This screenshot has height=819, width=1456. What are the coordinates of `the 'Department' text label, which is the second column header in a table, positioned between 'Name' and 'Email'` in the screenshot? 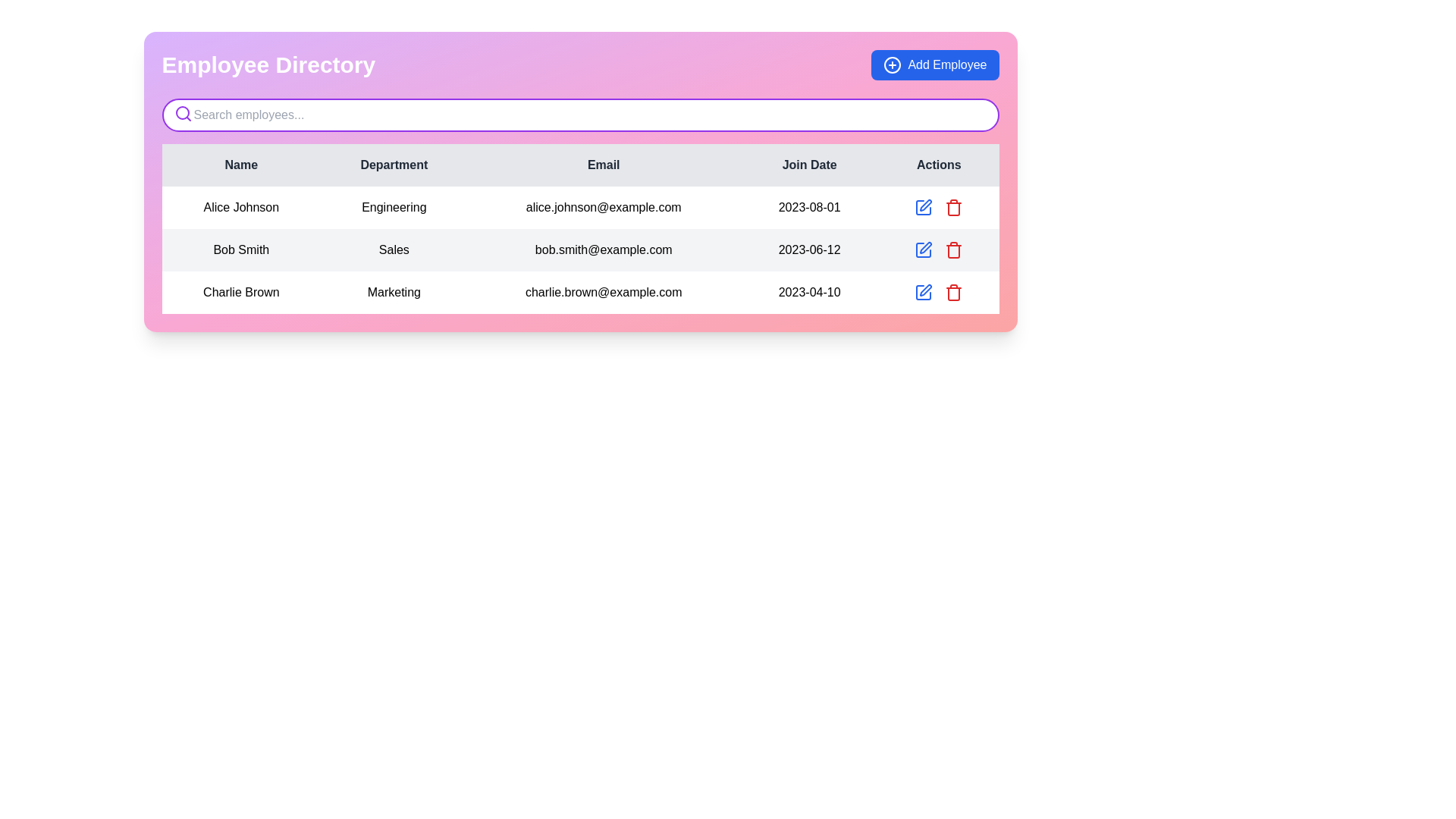 It's located at (394, 165).